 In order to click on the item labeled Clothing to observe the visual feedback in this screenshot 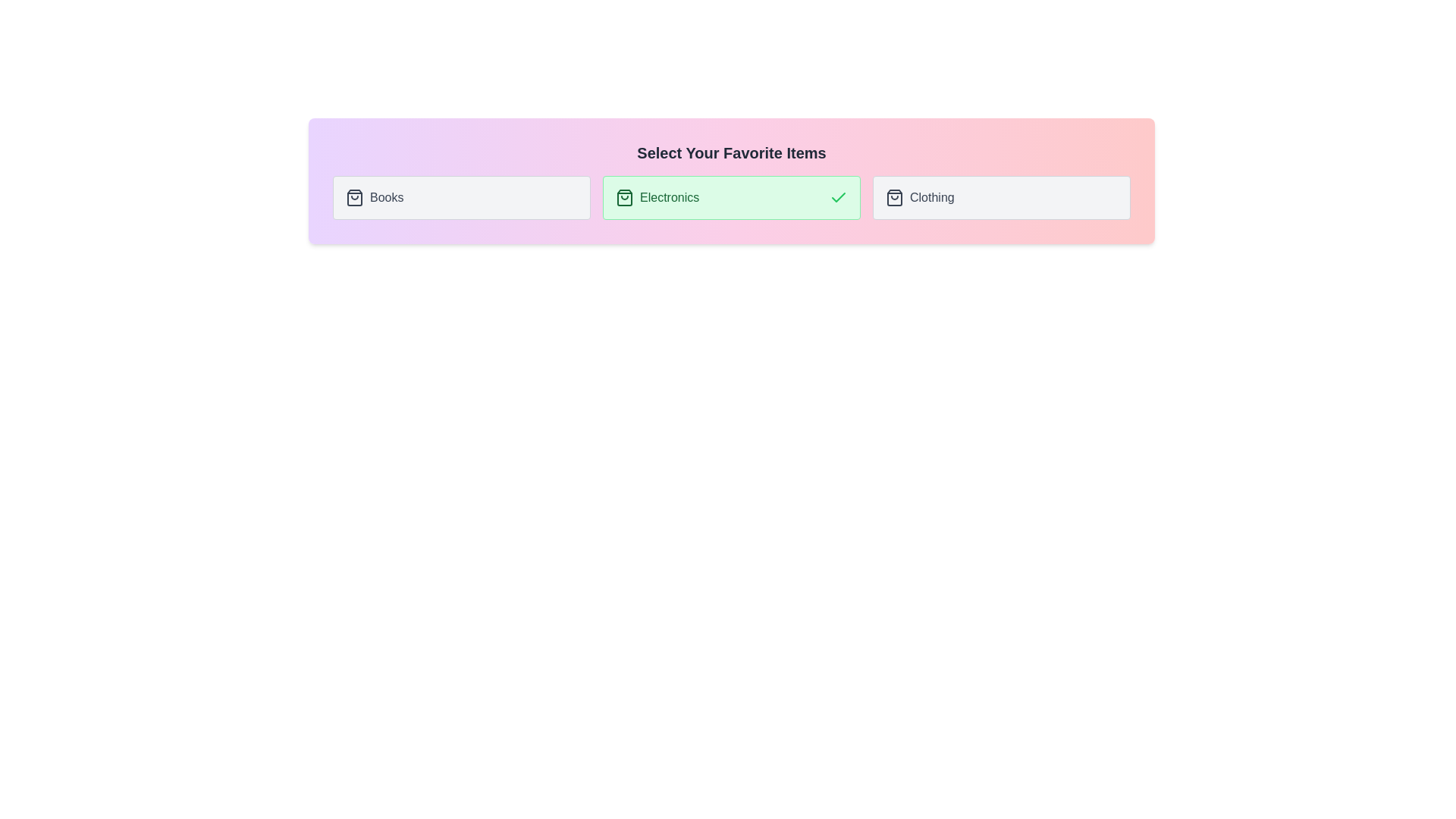, I will do `click(1001, 197)`.